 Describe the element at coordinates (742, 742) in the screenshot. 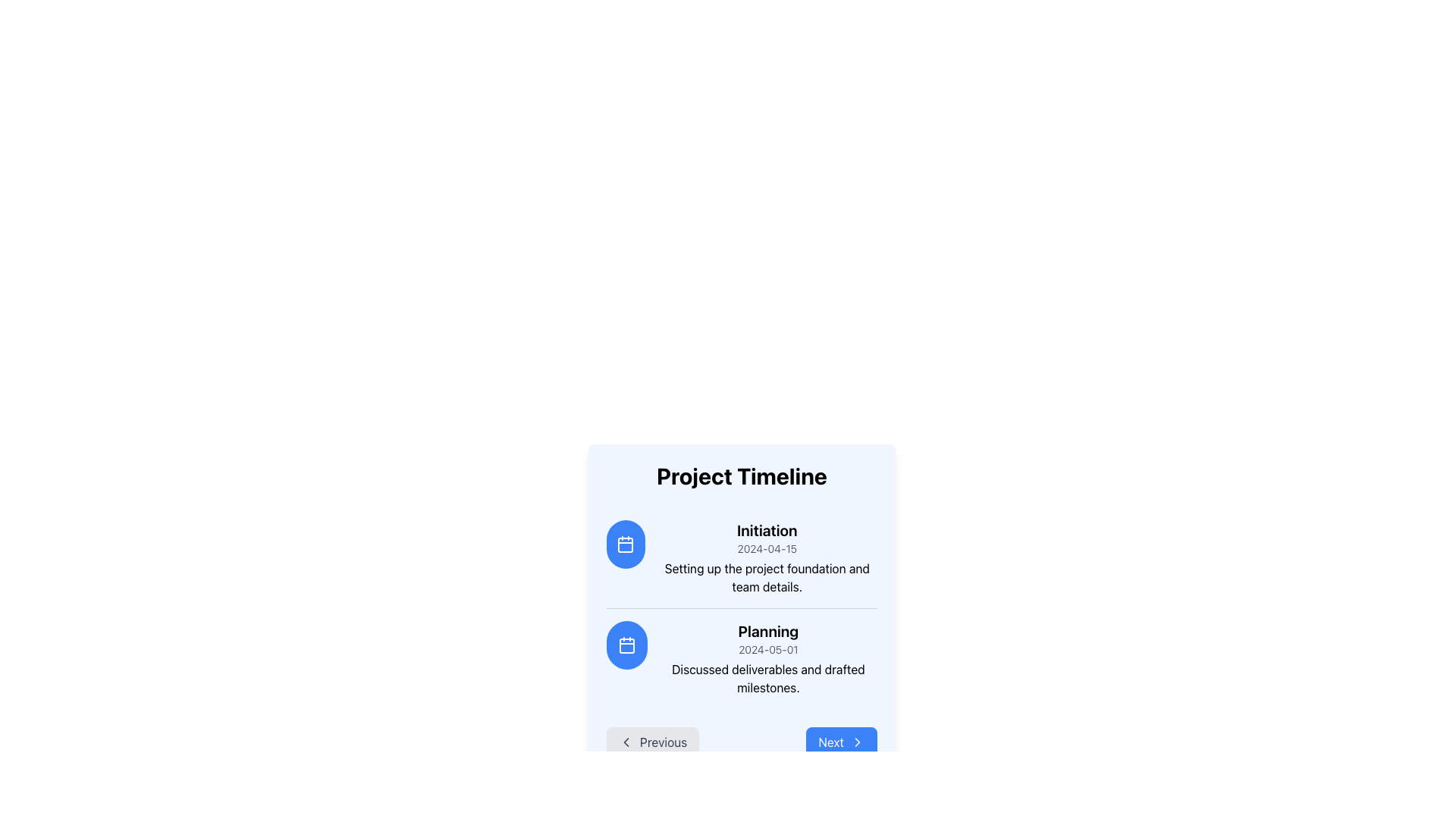

I see `the navigation control at the bottom of the timeline interface, which consists of 'Previous' and 'Next' buttons` at that location.